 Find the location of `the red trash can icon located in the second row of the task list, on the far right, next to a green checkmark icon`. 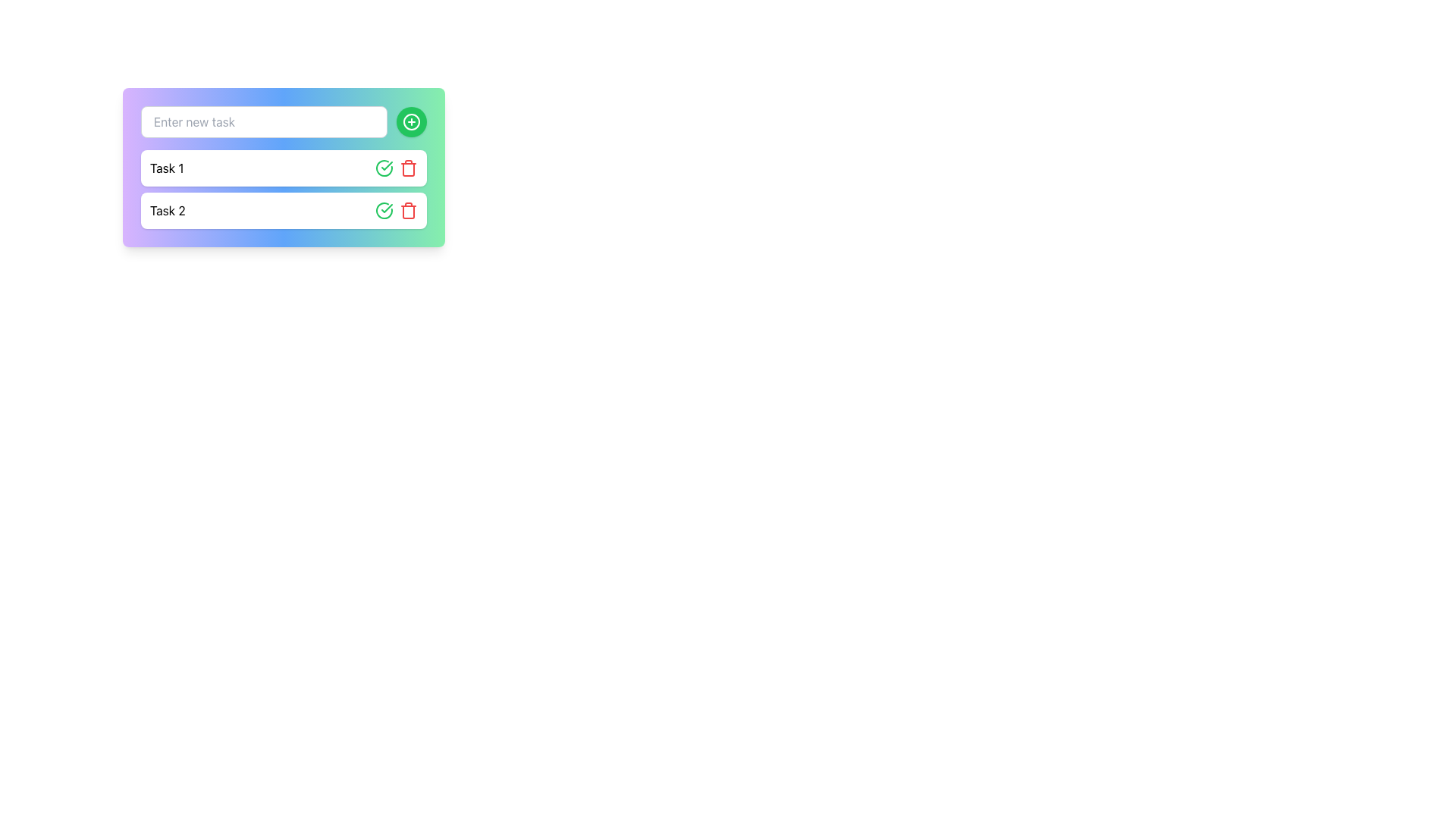

the red trash can icon located in the second row of the task list, on the far right, next to a green checkmark icon is located at coordinates (408, 210).